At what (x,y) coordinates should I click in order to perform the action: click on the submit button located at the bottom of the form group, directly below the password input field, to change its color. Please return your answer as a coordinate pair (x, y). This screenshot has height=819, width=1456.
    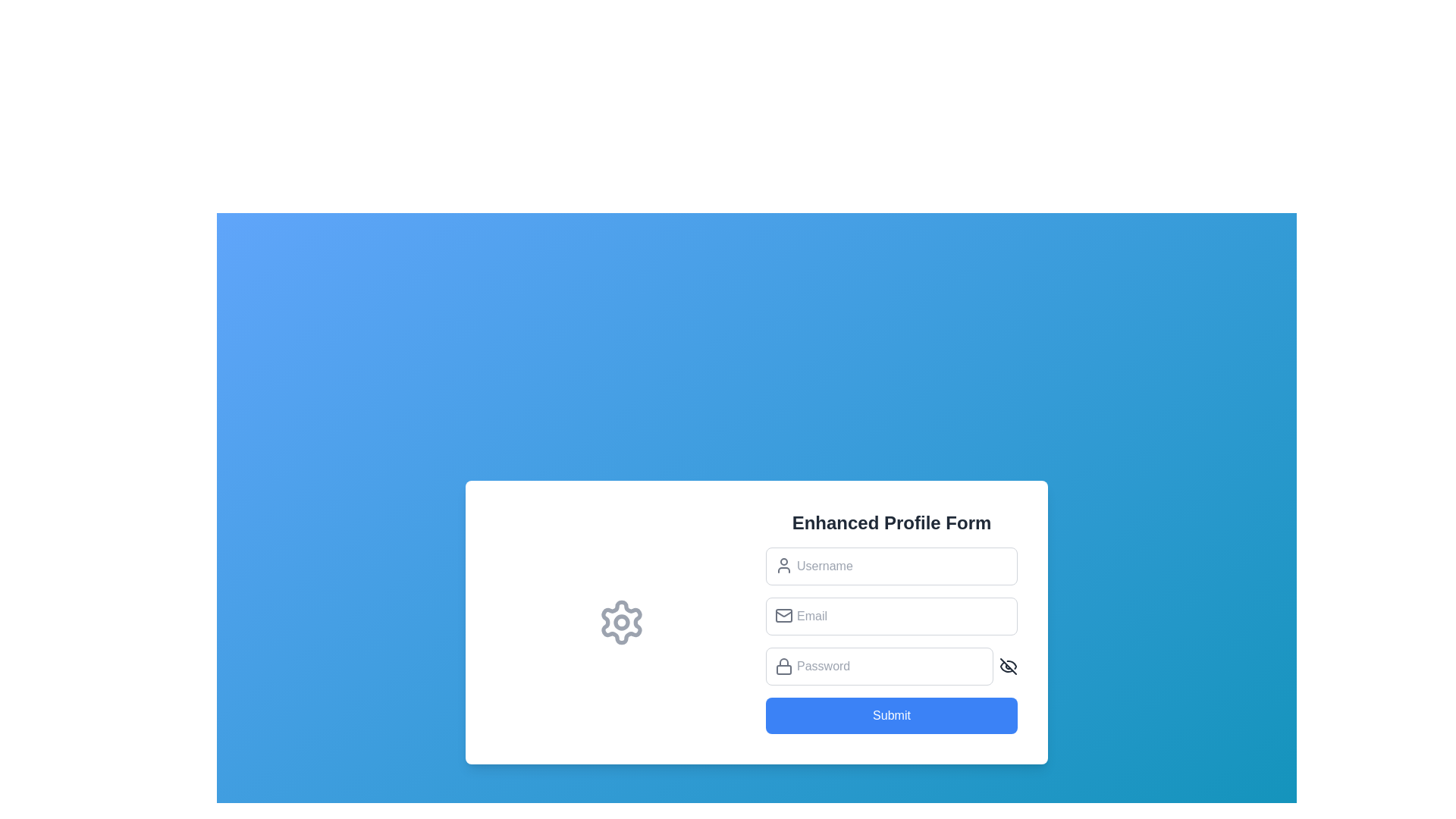
    Looking at the image, I should click on (892, 716).